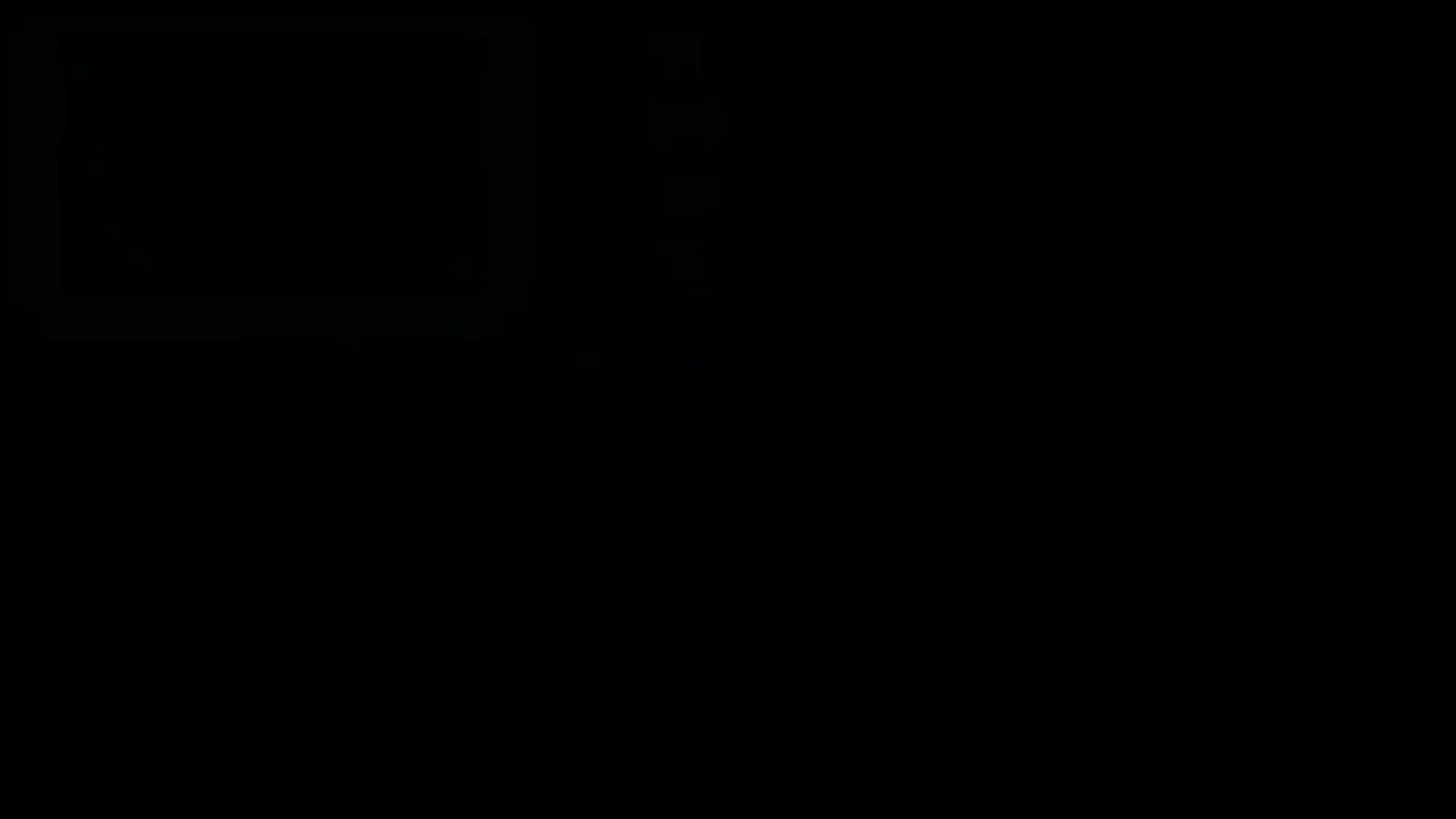 This screenshot has width=1456, height=819. What do you see at coordinates (585, 324) in the screenshot?
I see `MENU` at bounding box center [585, 324].